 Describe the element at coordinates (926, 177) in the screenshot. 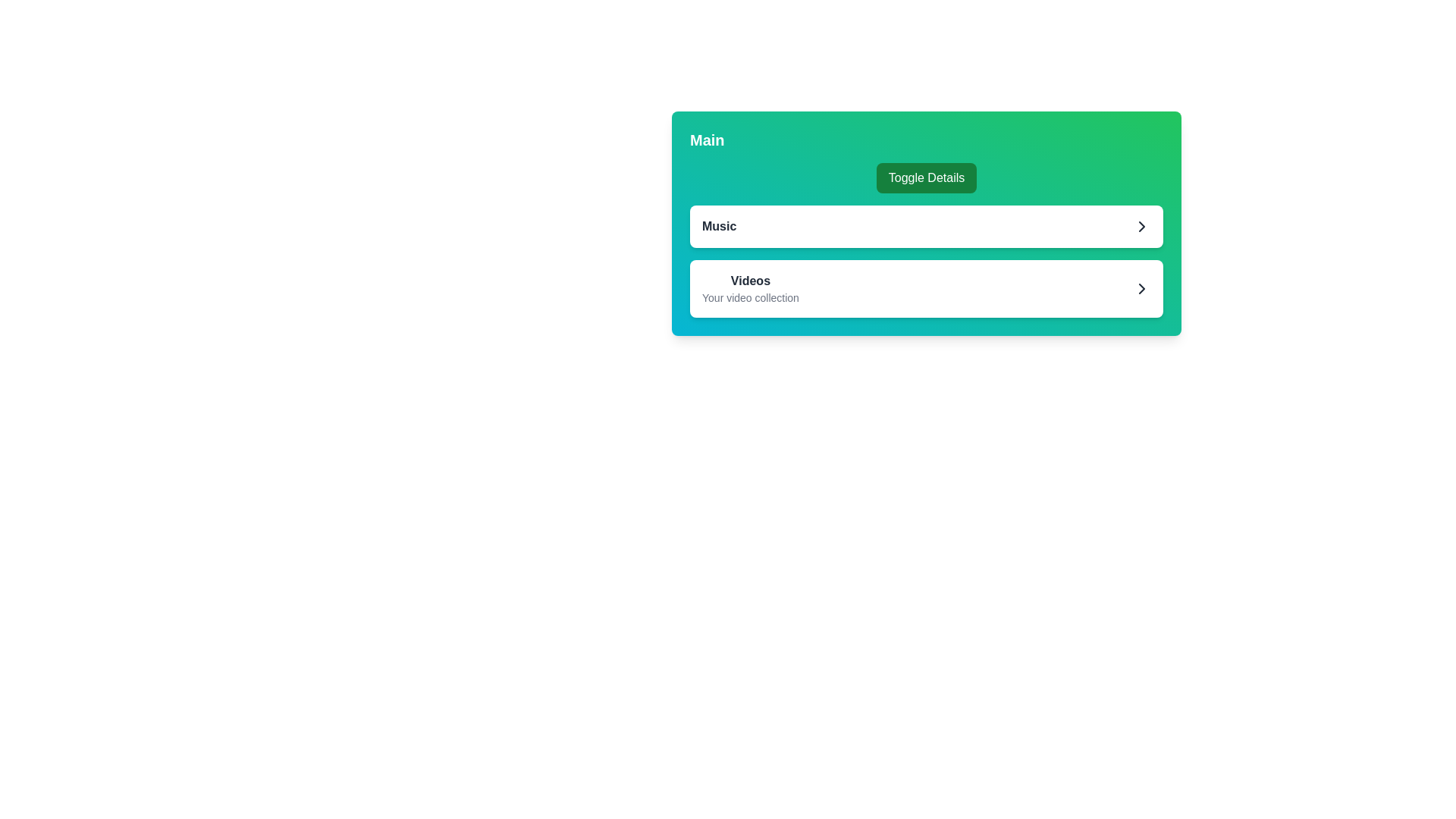

I see `the green button labeled 'Toggle Details'` at that location.